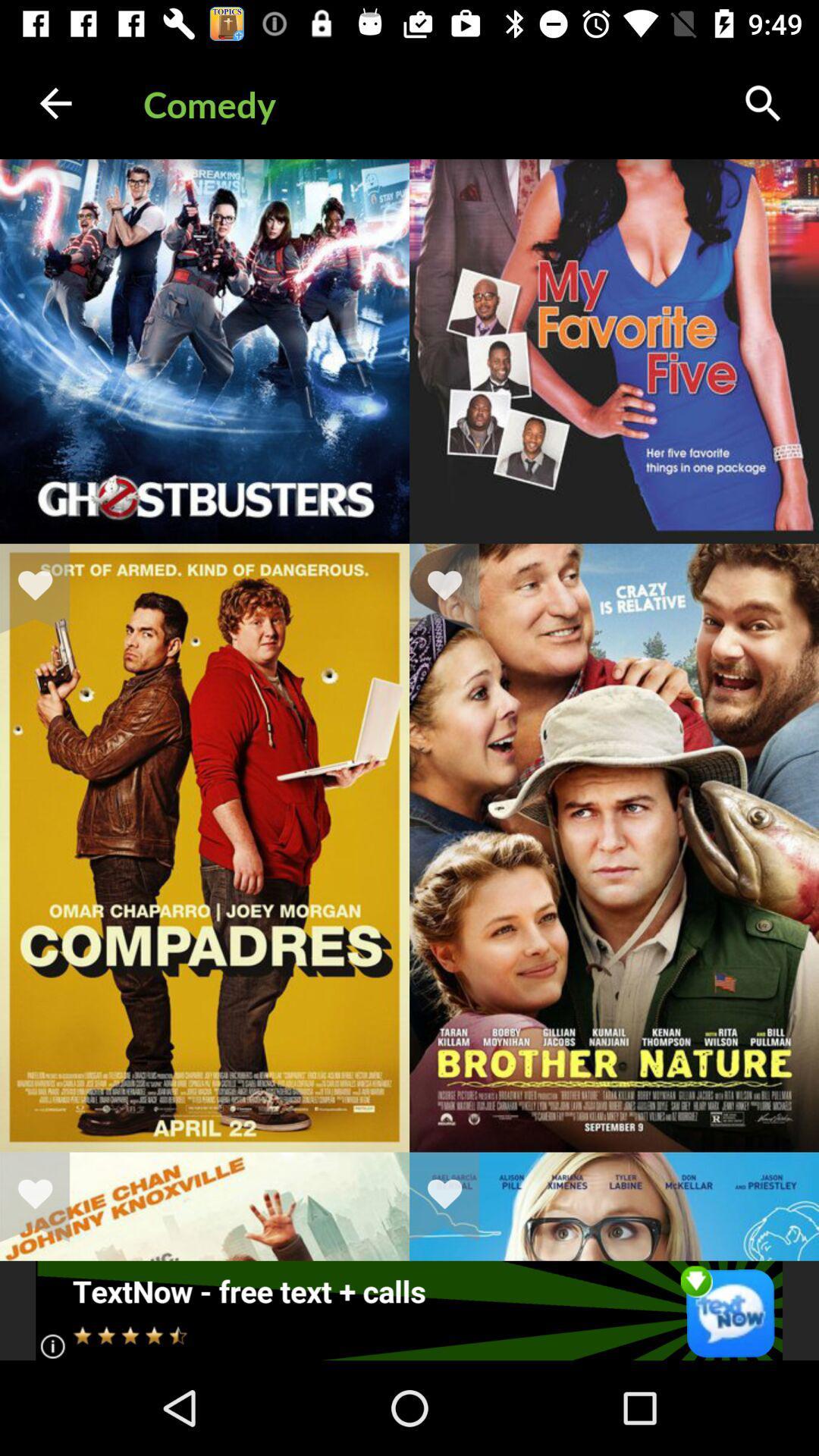 Image resolution: width=819 pixels, height=1456 pixels. What do you see at coordinates (44, 588) in the screenshot?
I see `favorite` at bounding box center [44, 588].